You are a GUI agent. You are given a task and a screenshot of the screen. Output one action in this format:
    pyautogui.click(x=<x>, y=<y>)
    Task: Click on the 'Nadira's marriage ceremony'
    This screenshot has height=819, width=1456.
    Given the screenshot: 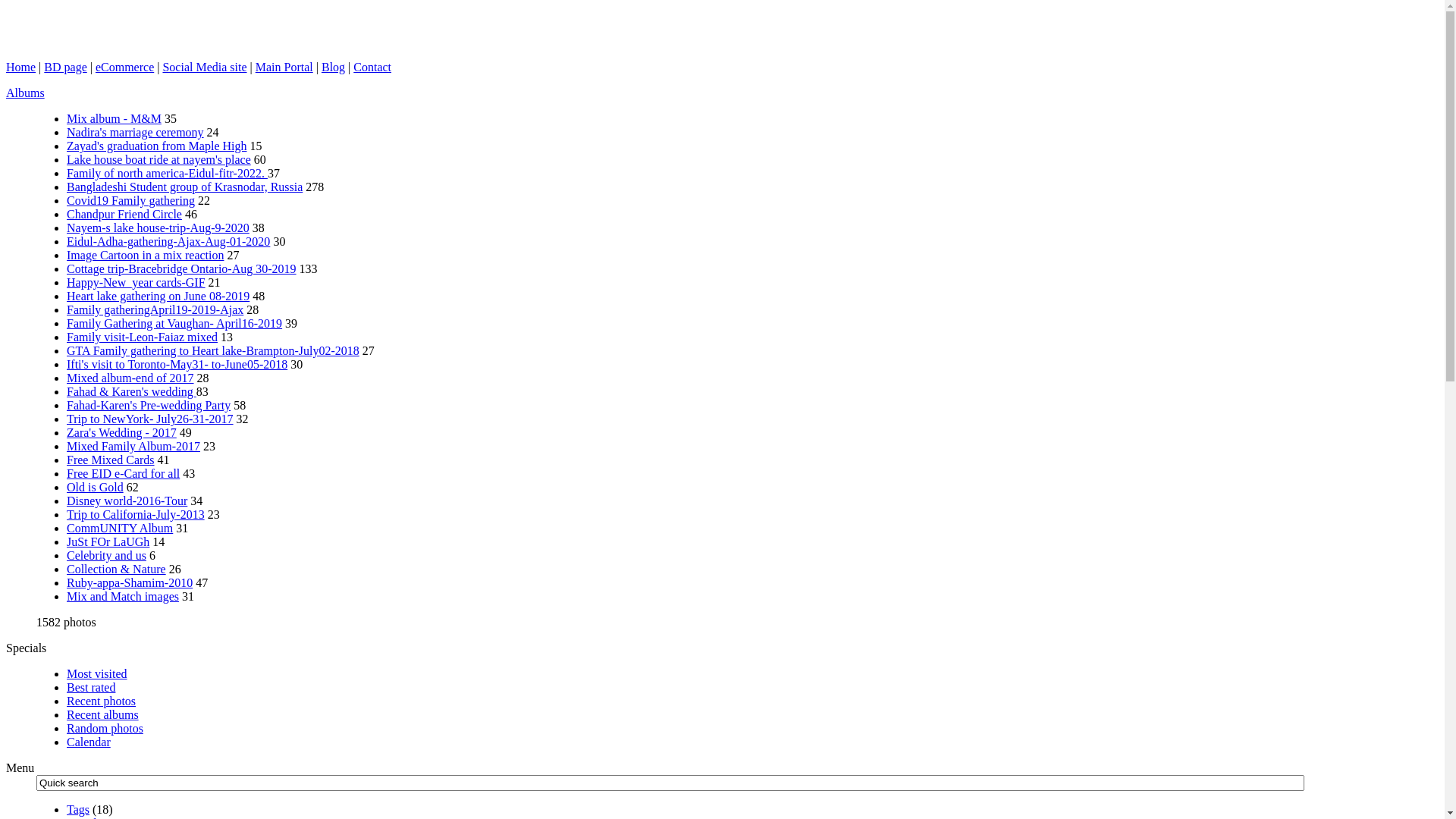 What is the action you would take?
    pyautogui.click(x=135, y=131)
    